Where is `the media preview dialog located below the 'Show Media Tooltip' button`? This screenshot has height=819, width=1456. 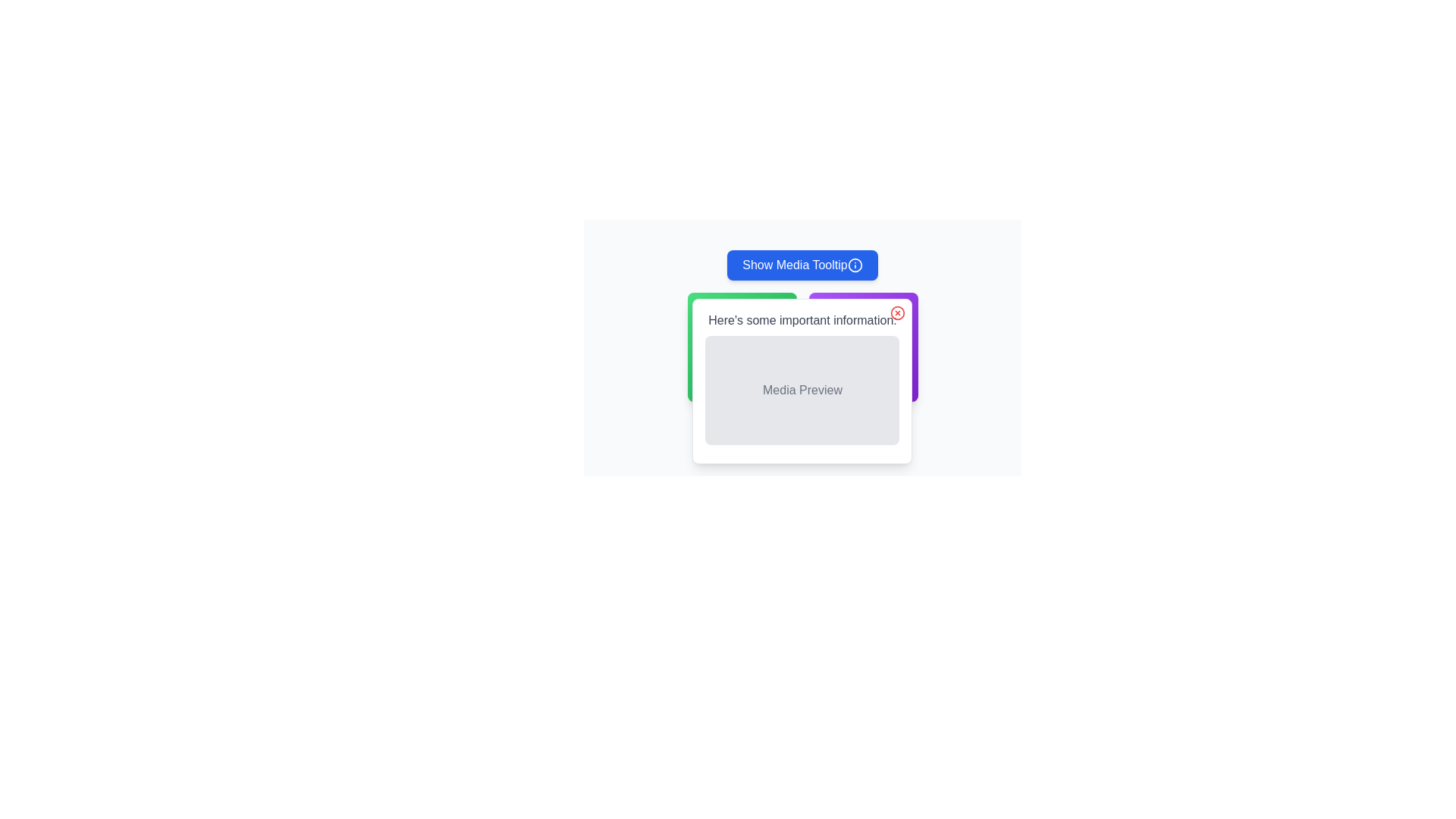 the media preview dialog located below the 'Show Media Tooltip' button is located at coordinates (802, 380).